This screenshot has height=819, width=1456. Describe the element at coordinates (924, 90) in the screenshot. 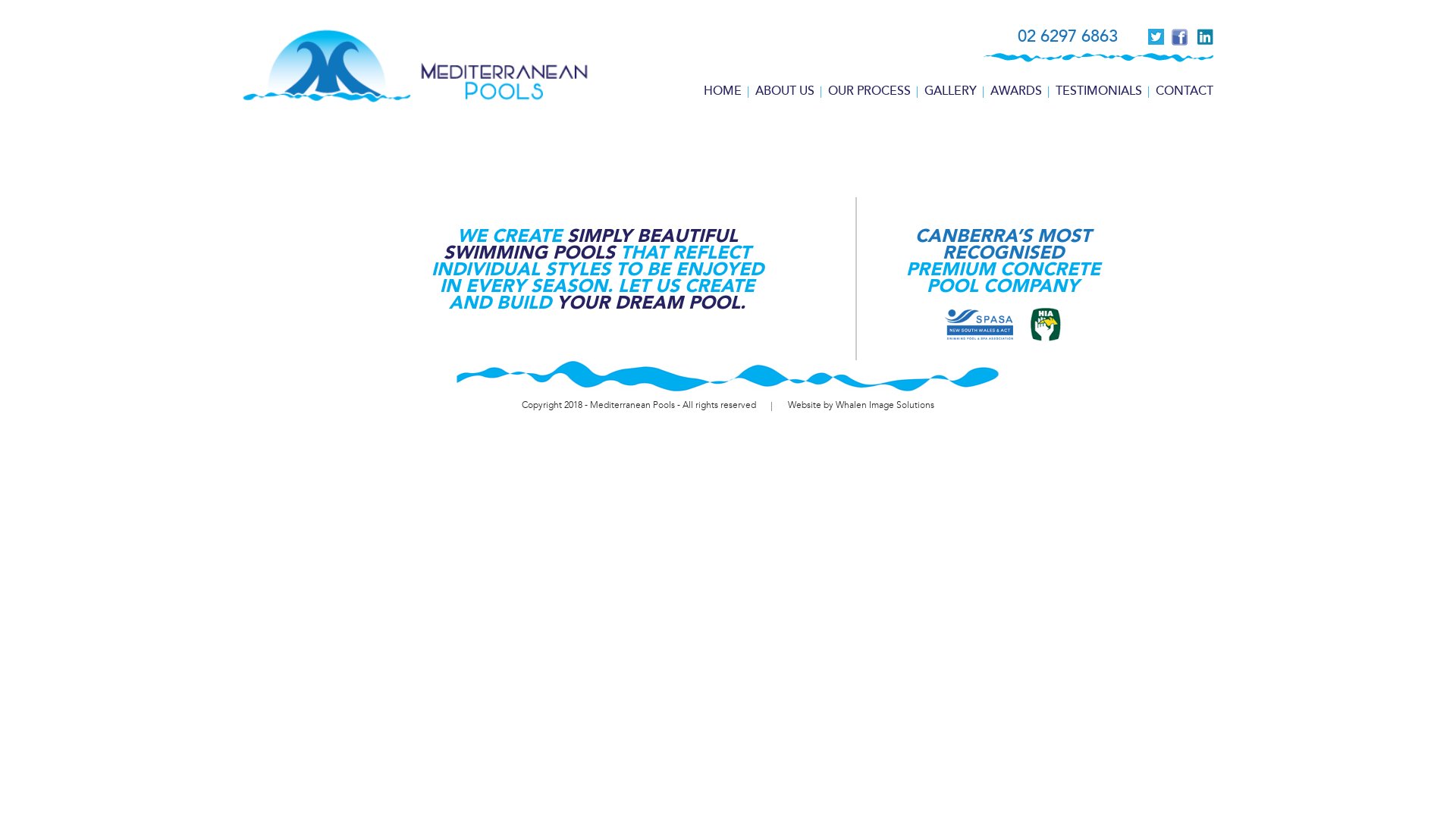

I see `'GALLERY'` at that location.